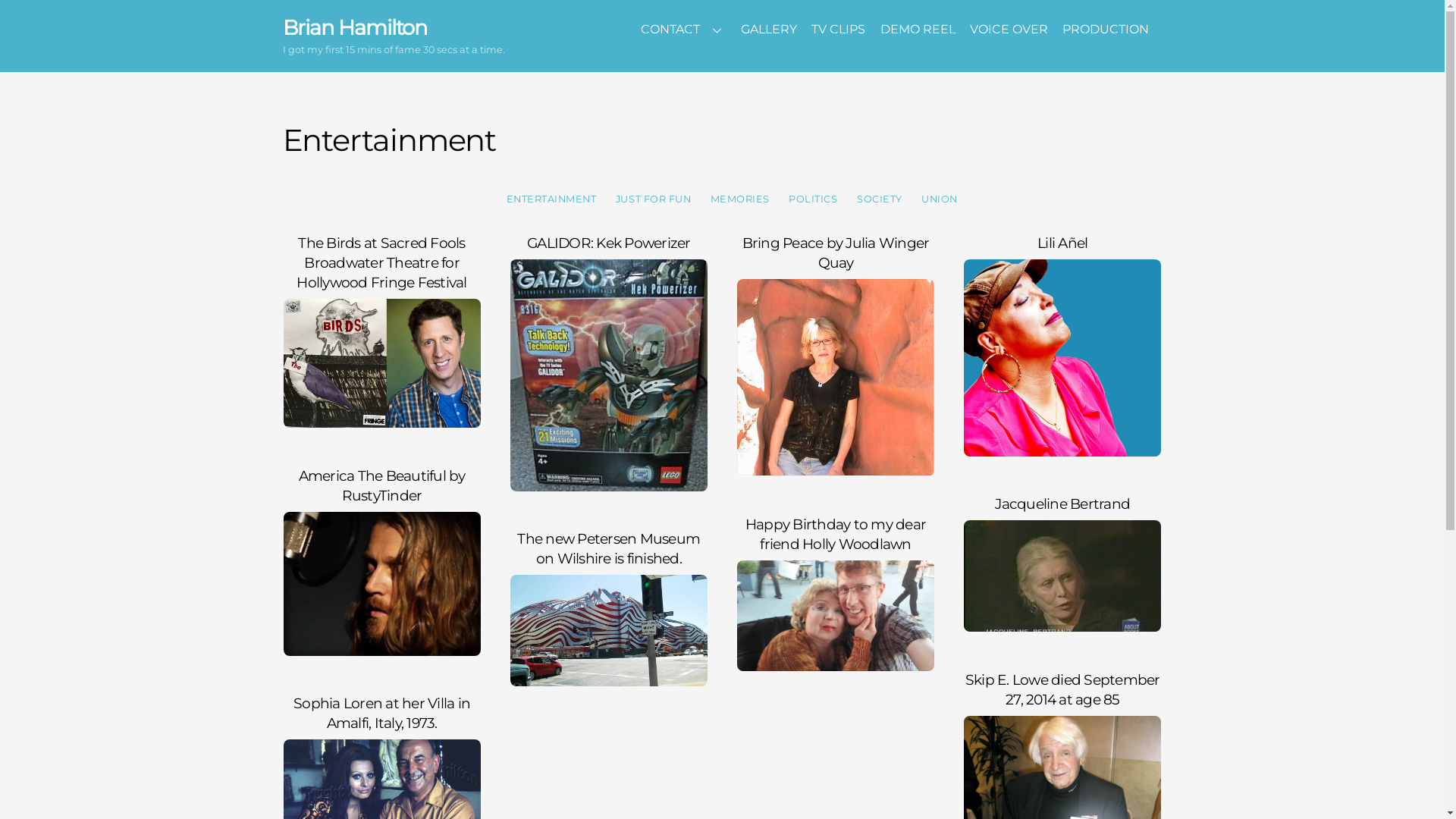  I want to click on 'VOICE OVER', so click(1008, 29).